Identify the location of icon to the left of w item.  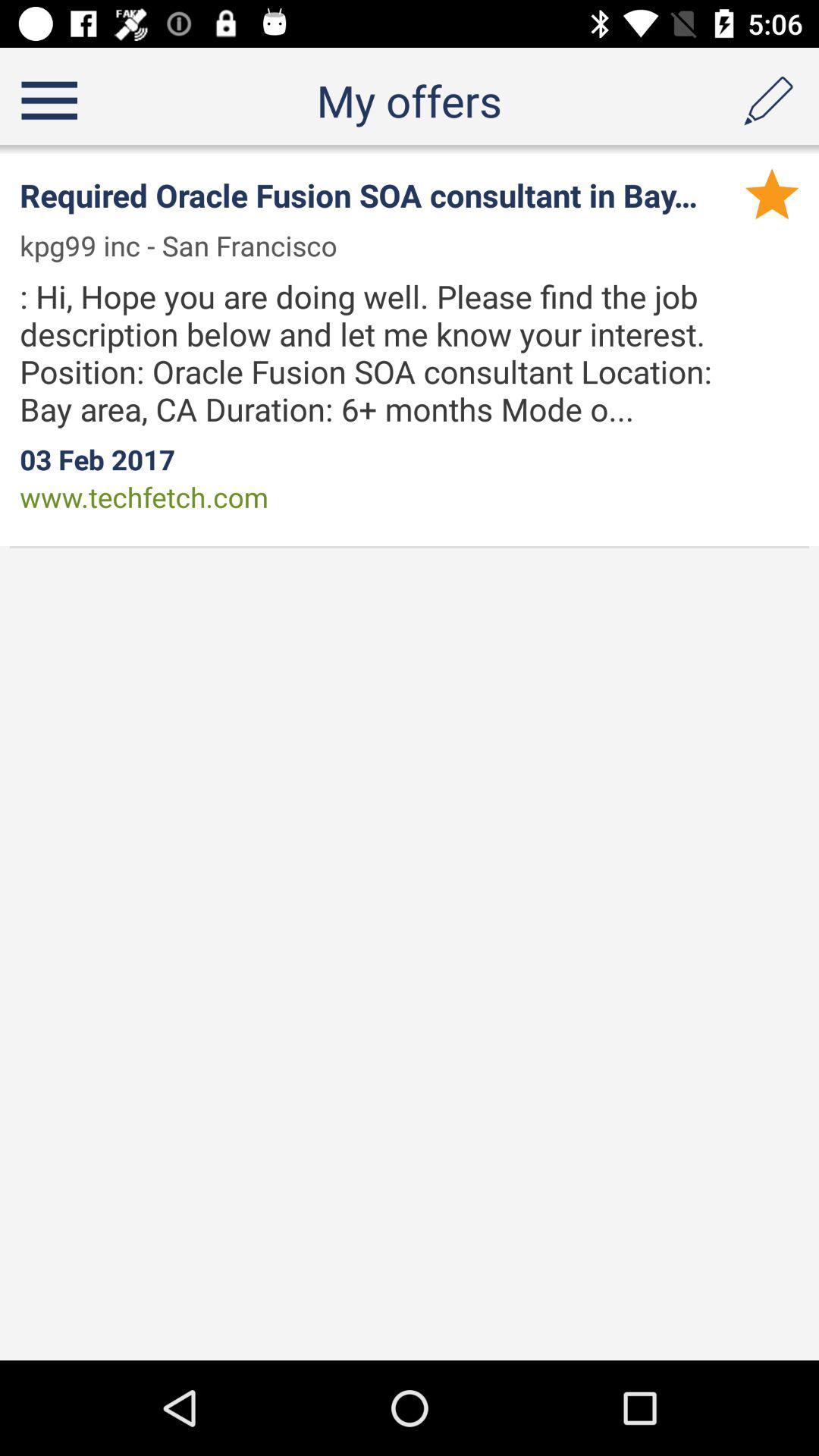
(187, 246).